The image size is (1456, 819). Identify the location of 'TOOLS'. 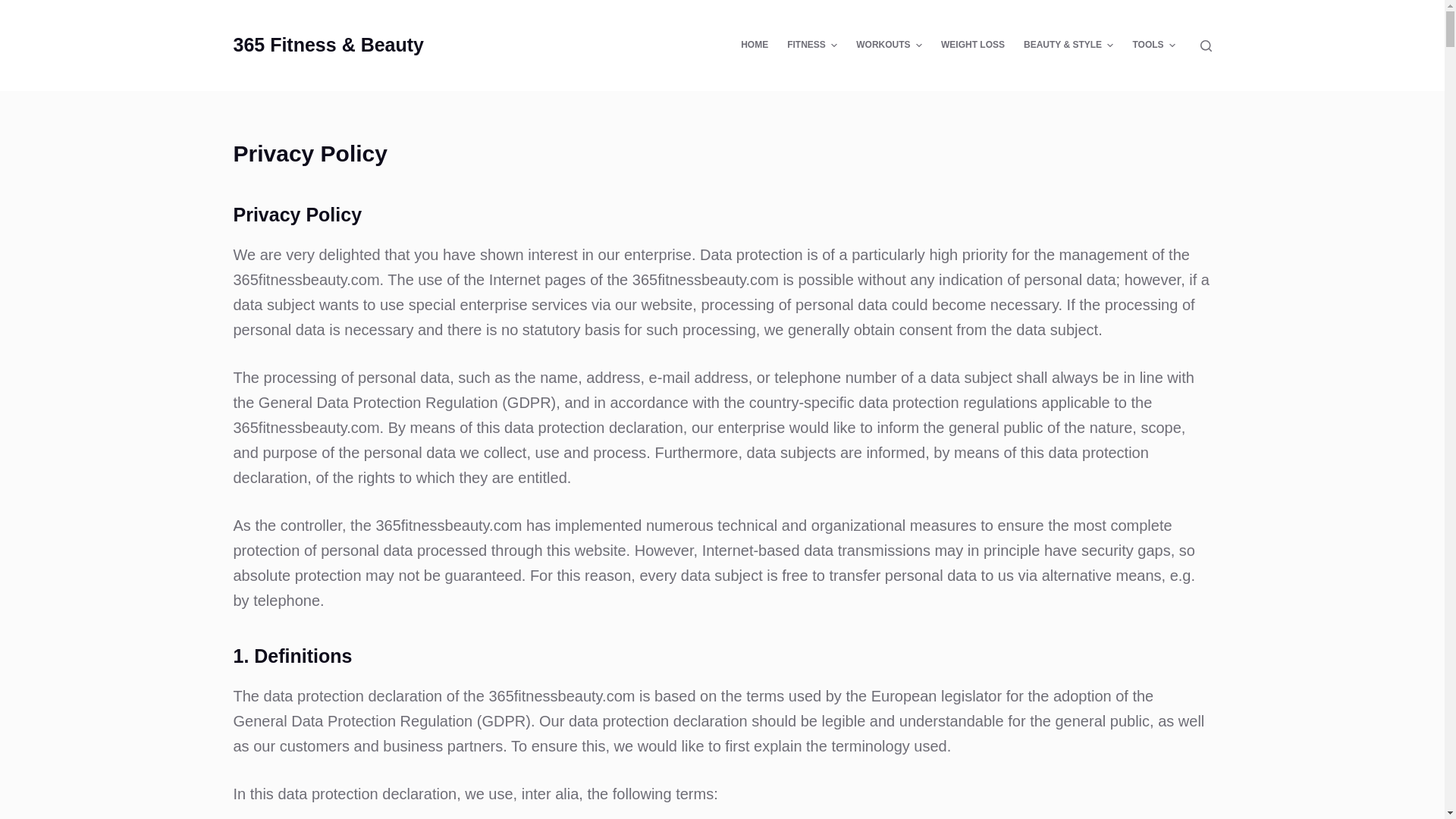
(1123, 45).